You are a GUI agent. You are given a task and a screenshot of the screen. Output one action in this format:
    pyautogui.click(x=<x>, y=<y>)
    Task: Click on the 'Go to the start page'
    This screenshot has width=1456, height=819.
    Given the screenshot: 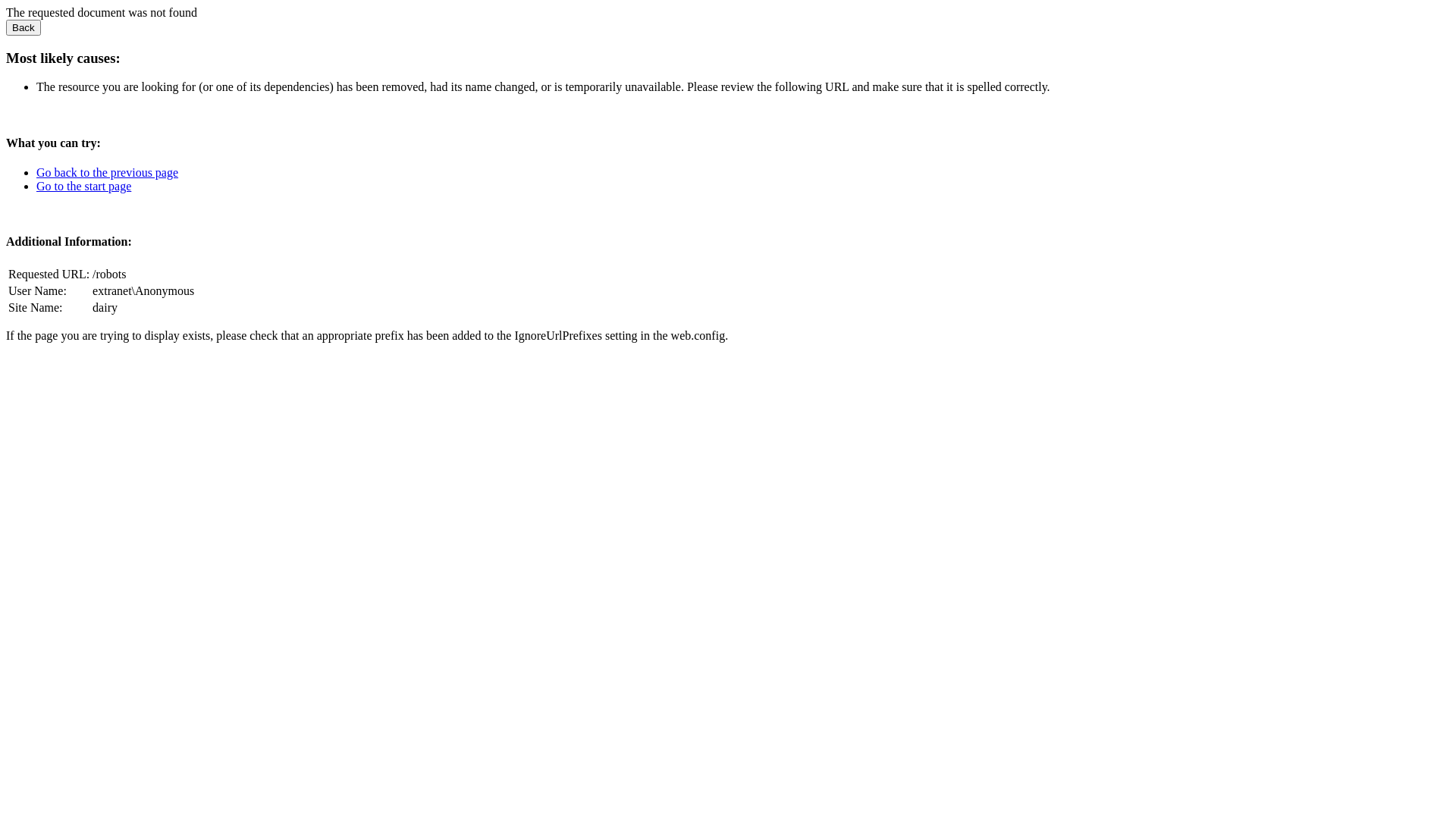 What is the action you would take?
    pyautogui.click(x=83, y=185)
    